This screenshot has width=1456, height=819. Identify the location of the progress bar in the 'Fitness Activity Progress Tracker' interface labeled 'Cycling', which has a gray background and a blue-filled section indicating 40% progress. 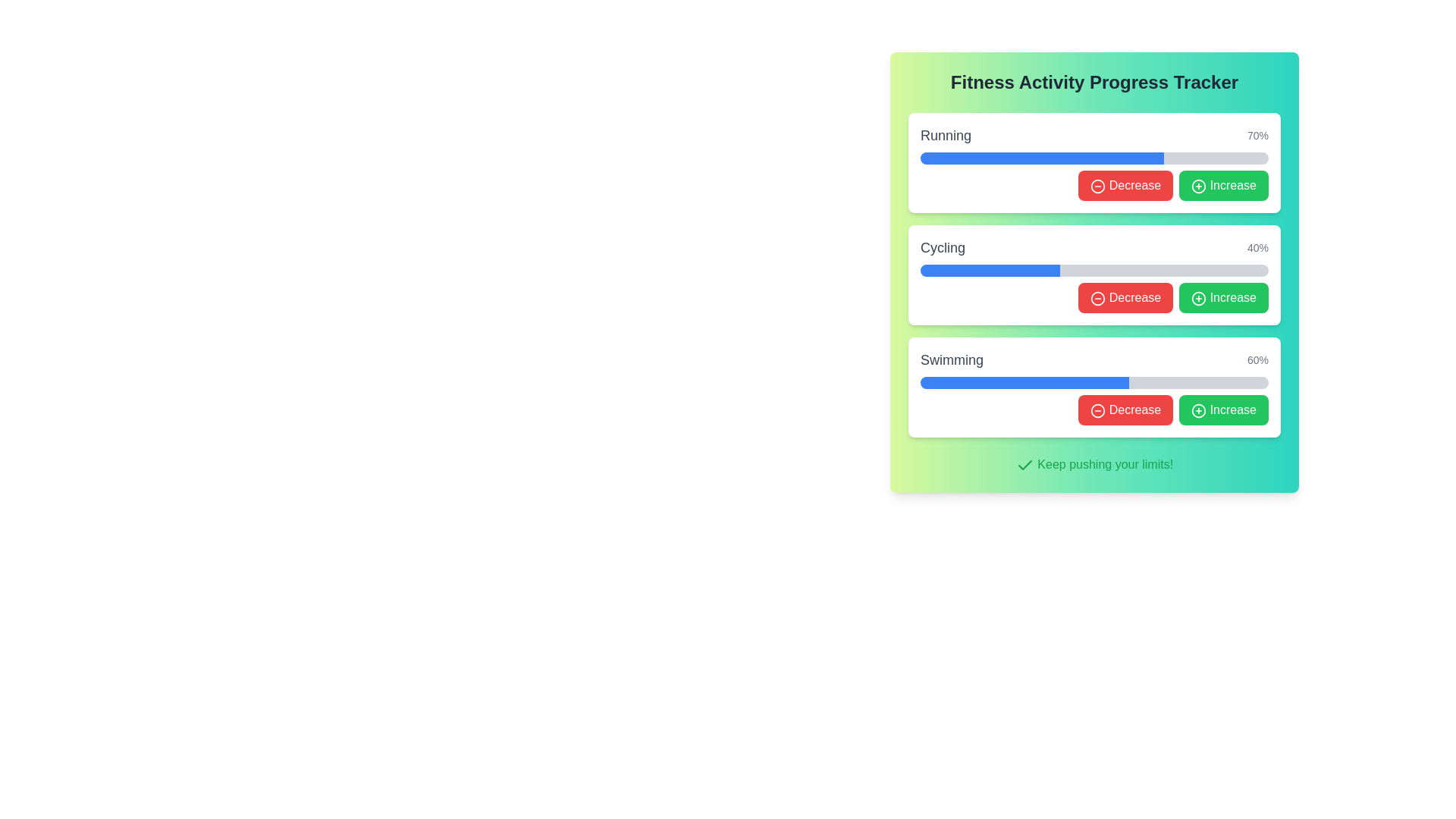
(1094, 270).